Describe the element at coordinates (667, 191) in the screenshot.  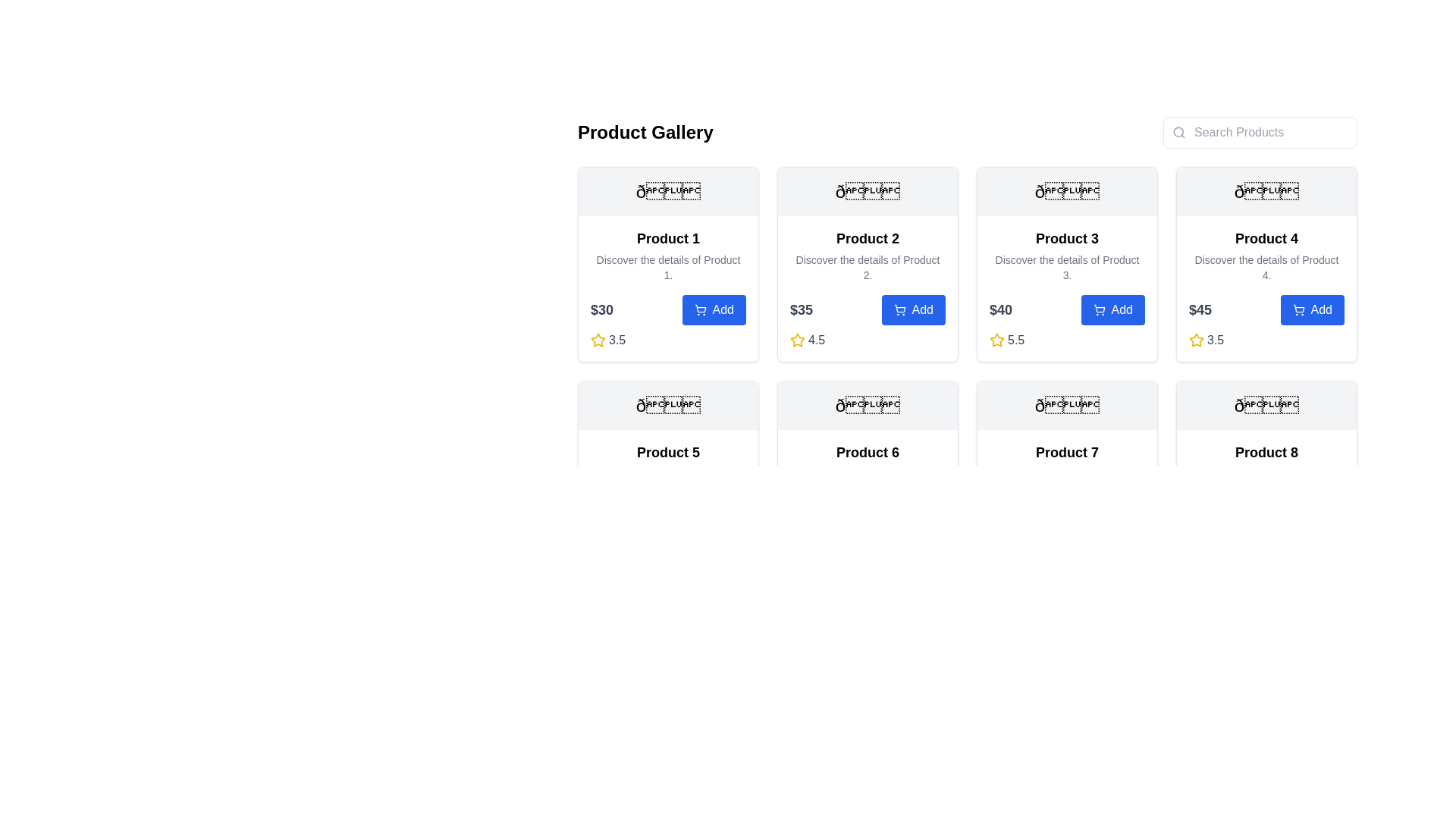
I see `the decorative emoji-like symbol located at the top of the 'Product 1' card, which is centrally aligned within the card's width` at that location.